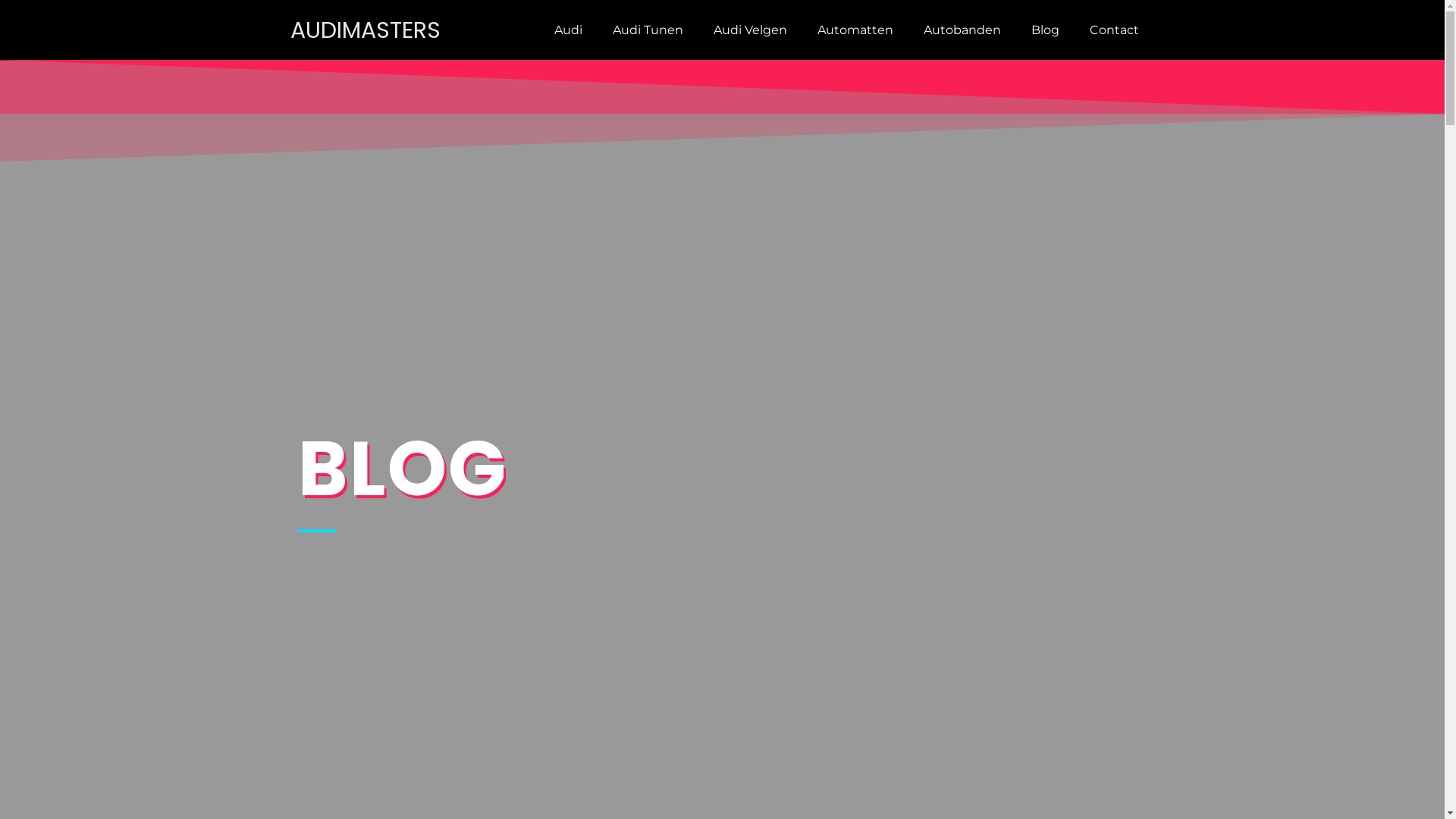 The height and width of the screenshot is (819, 1456). What do you see at coordinates (364, 30) in the screenshot?
I see `'AUDIMASTERS'` at bounding box center [364, 30].